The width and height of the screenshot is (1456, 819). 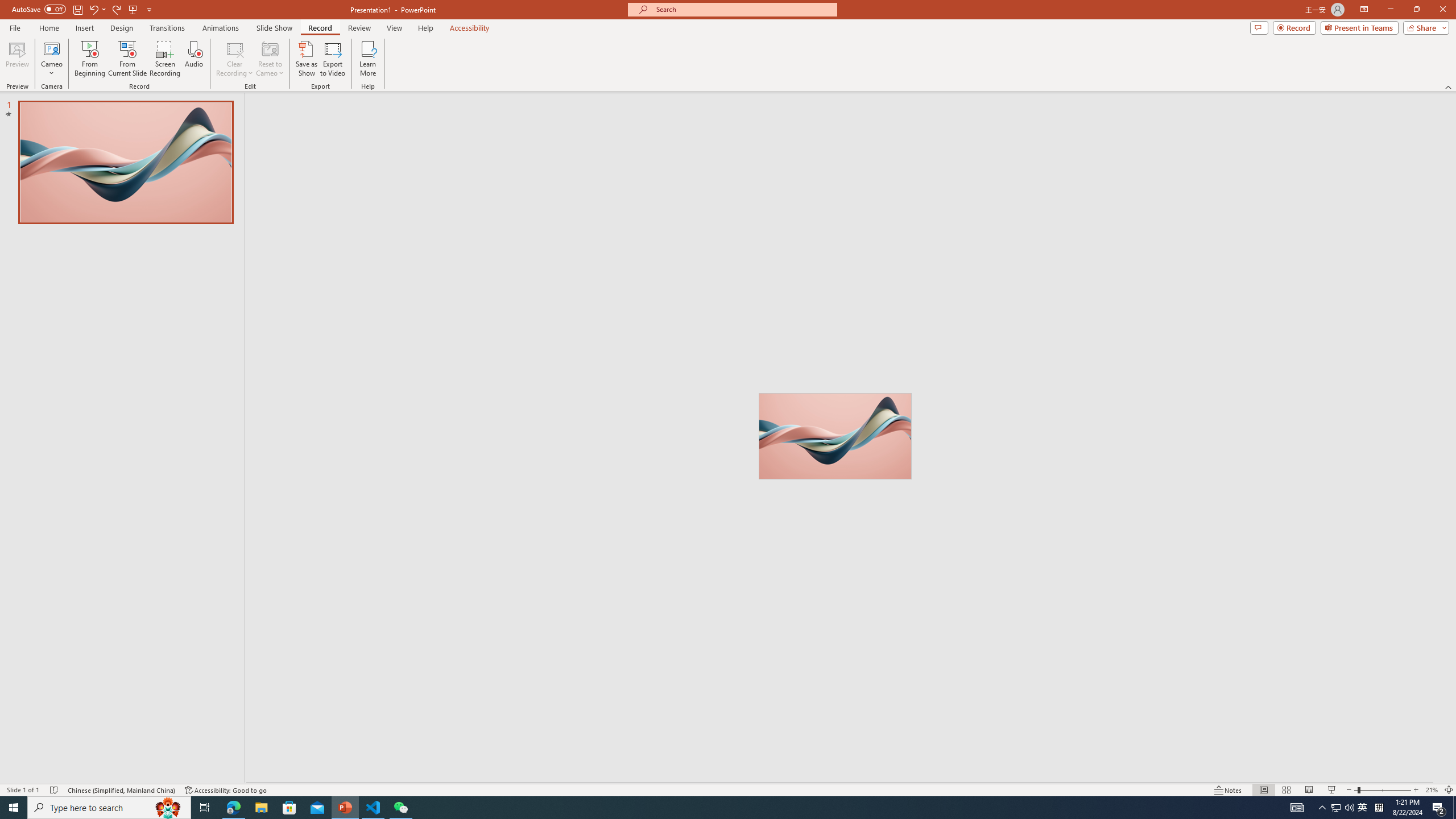 What do you see at coordinates (51, 59) in the screenshot?
I see `'Cameo'` at bounding box center [51, 59].